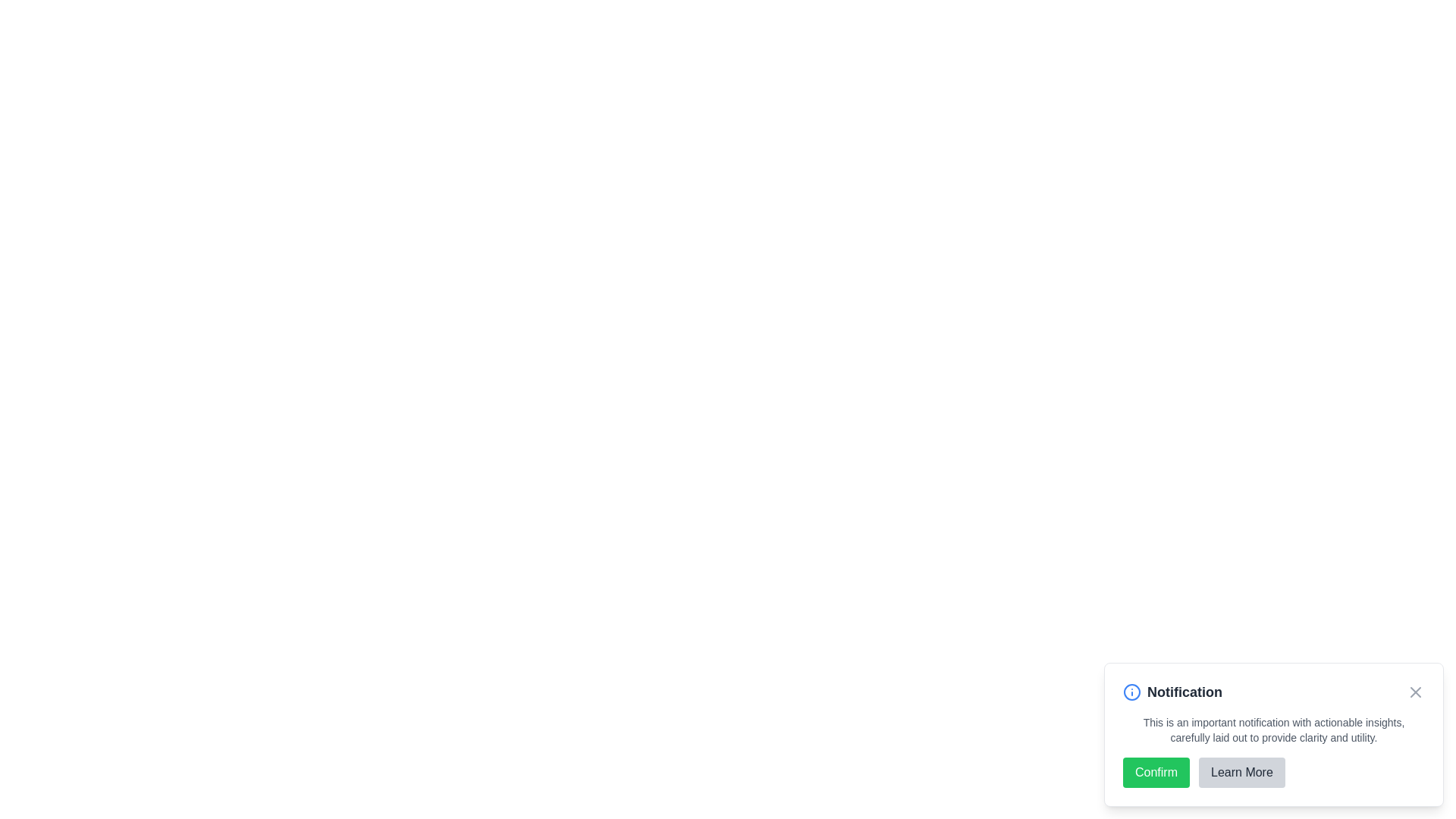 Image resolution: width=1456 pixels, height=819 pixels. What do you see at coordinates (1131, 692) in the screenshot?
I see `the circular icon with a blue outline and an exclamation mark, located at the top left corner of the notification header, next to the 'Notification' title` at bounding box center [1131, 692].